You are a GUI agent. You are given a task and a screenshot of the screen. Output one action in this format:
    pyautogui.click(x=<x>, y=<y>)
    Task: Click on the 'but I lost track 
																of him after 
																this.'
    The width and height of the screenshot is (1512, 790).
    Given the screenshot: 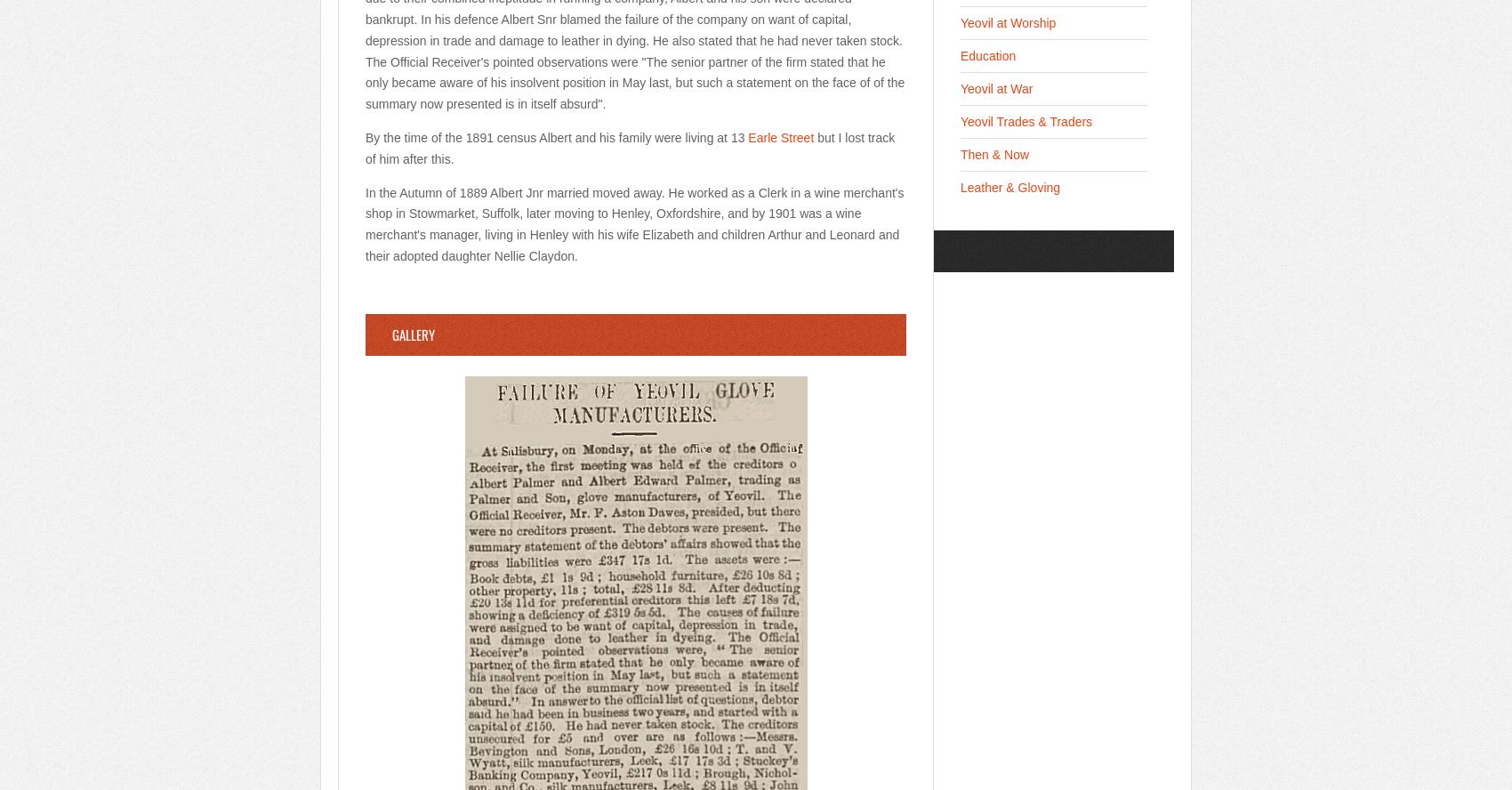 What is the action you would take?
    pyautogui.click(x=630, y=147)
    